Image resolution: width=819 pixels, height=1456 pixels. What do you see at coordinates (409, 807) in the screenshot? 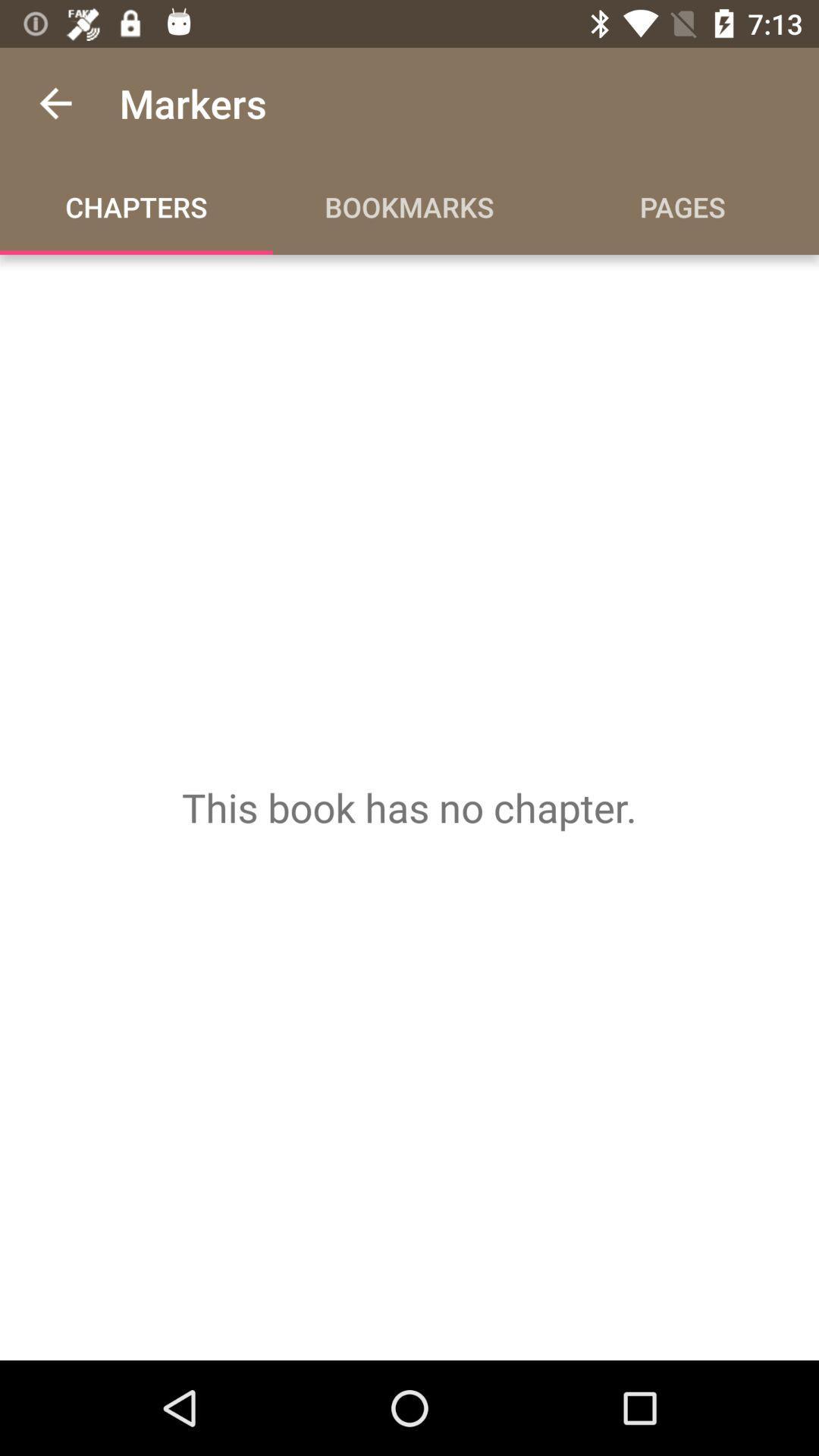
I see `icon below chapters item` at bounding box center [409, 807].